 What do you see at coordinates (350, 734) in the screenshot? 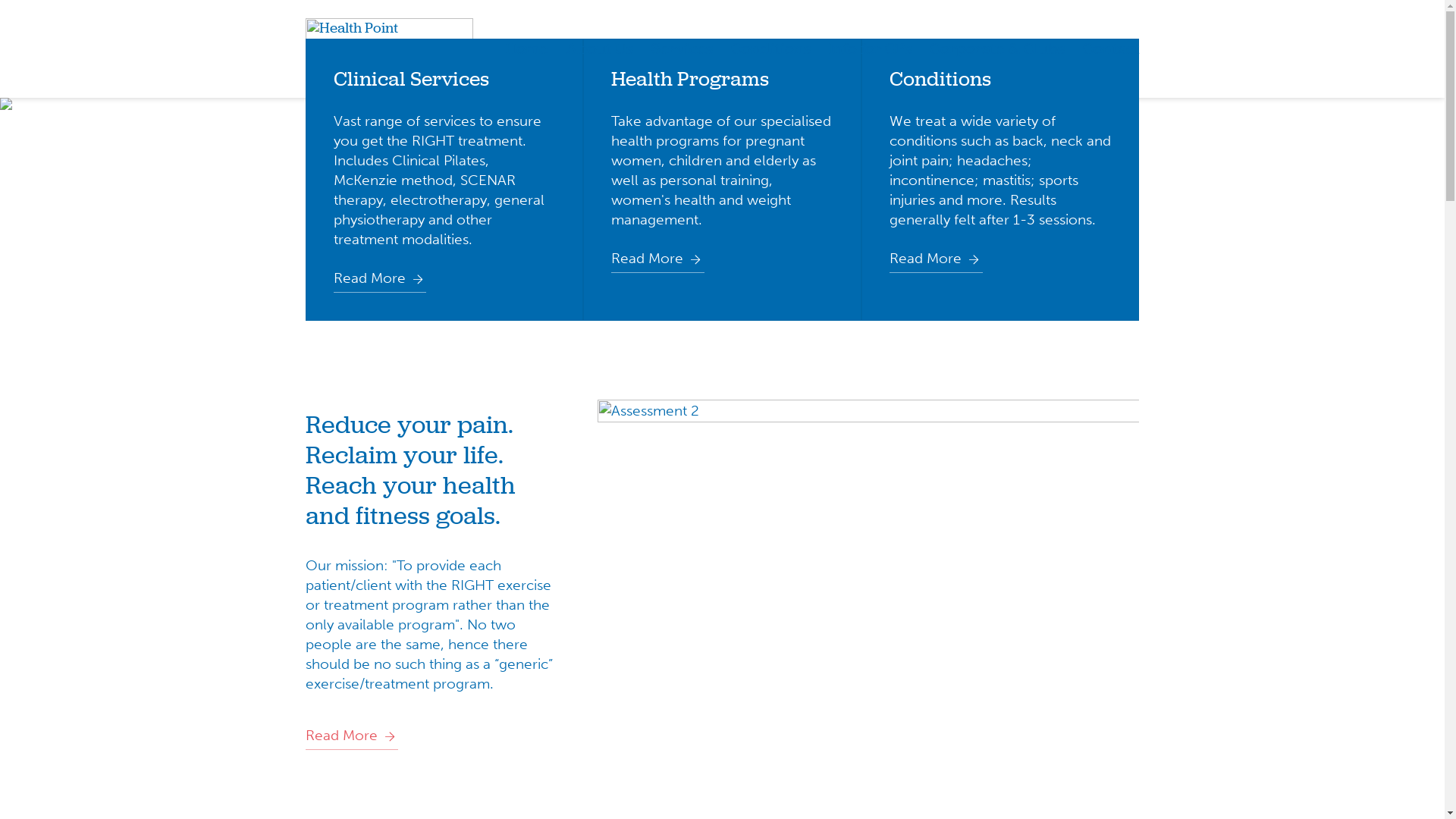
I see `'Read More'` at bounding box center [350, 734].